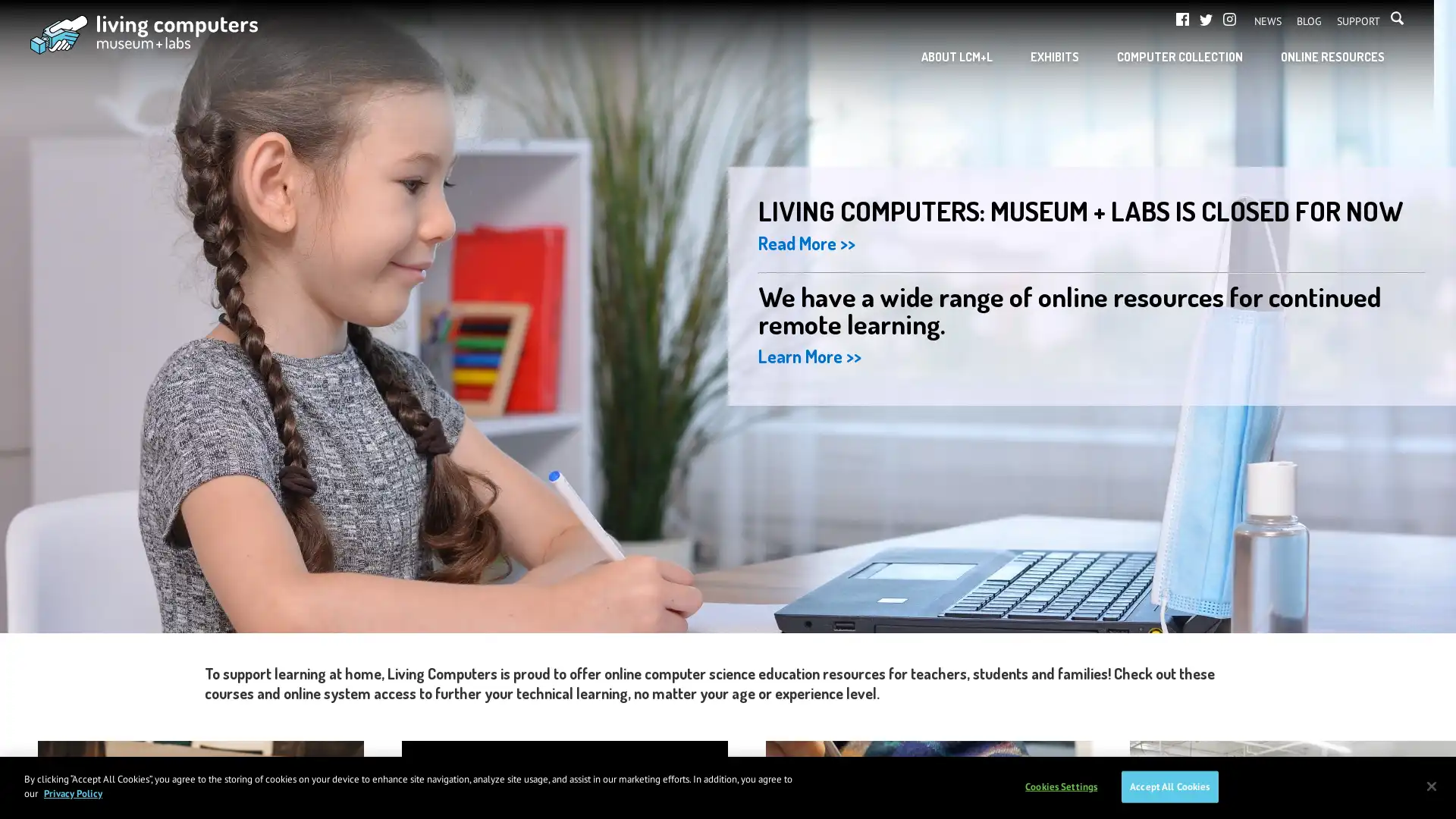  I want to click on Accept All Cookies, so click(1169, 786).